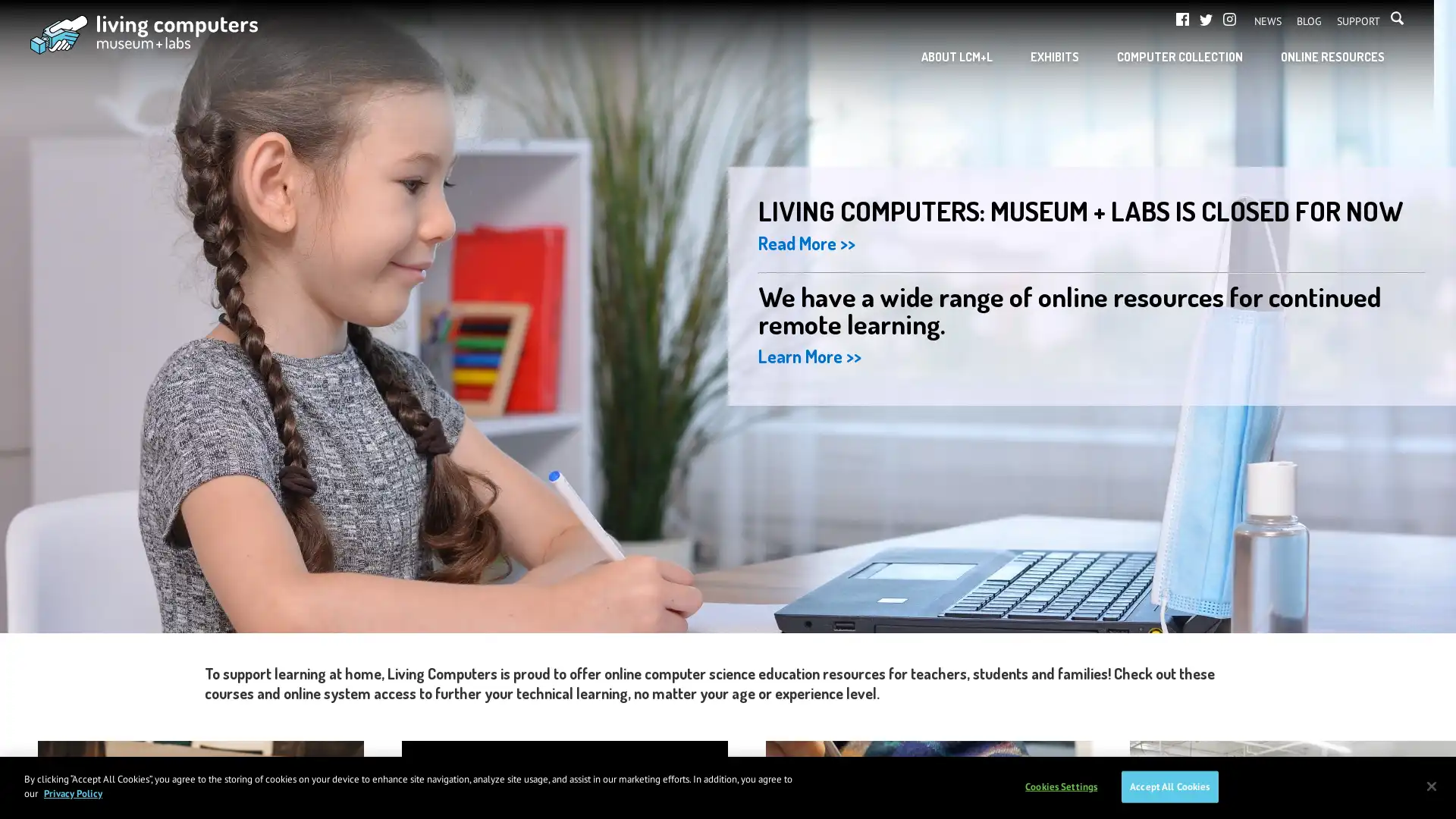  I want to click on Accept All Cookies, so click(1169, 786).